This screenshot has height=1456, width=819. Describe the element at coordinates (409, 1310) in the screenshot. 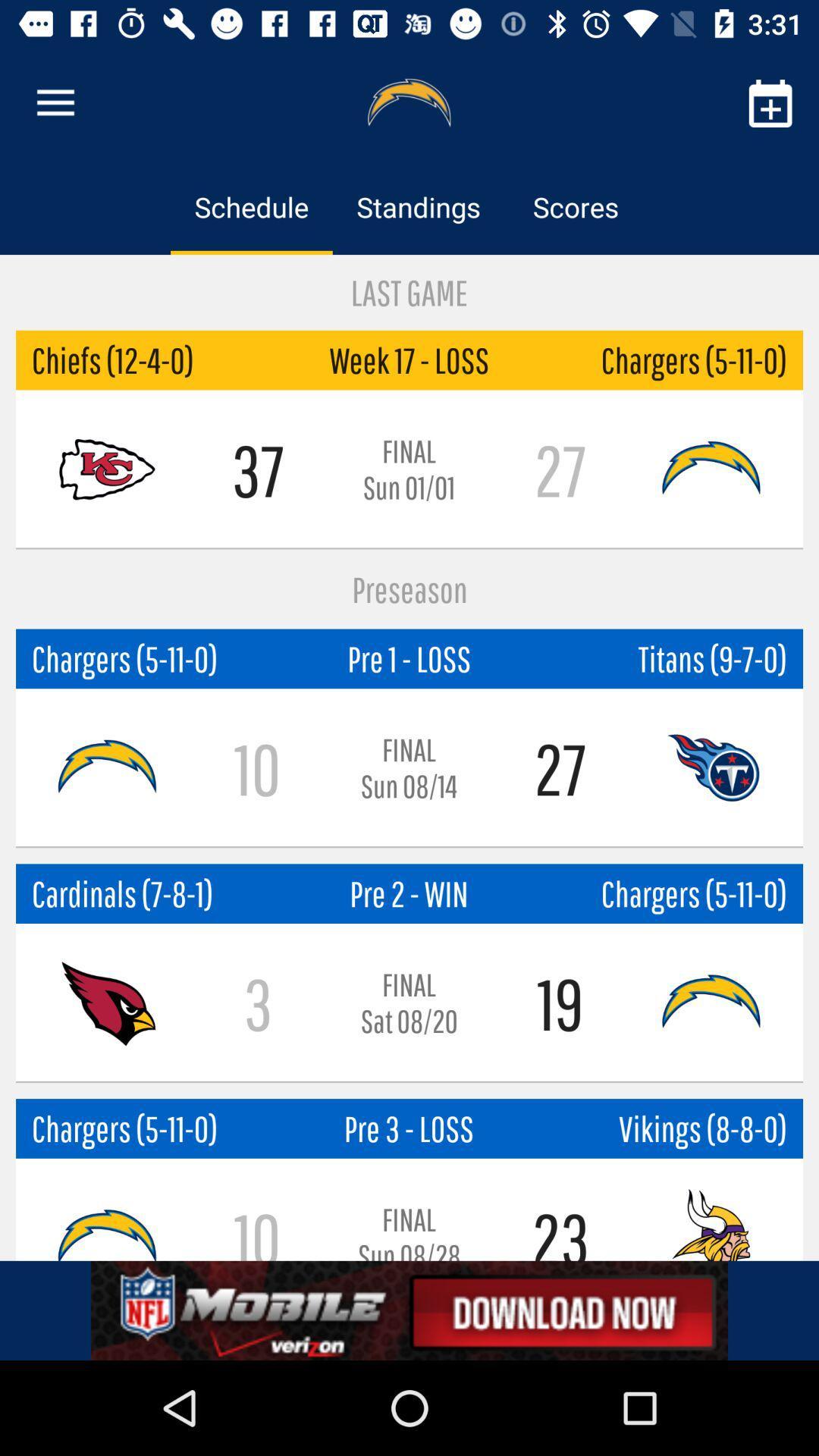

I see `downloads app` at that location.